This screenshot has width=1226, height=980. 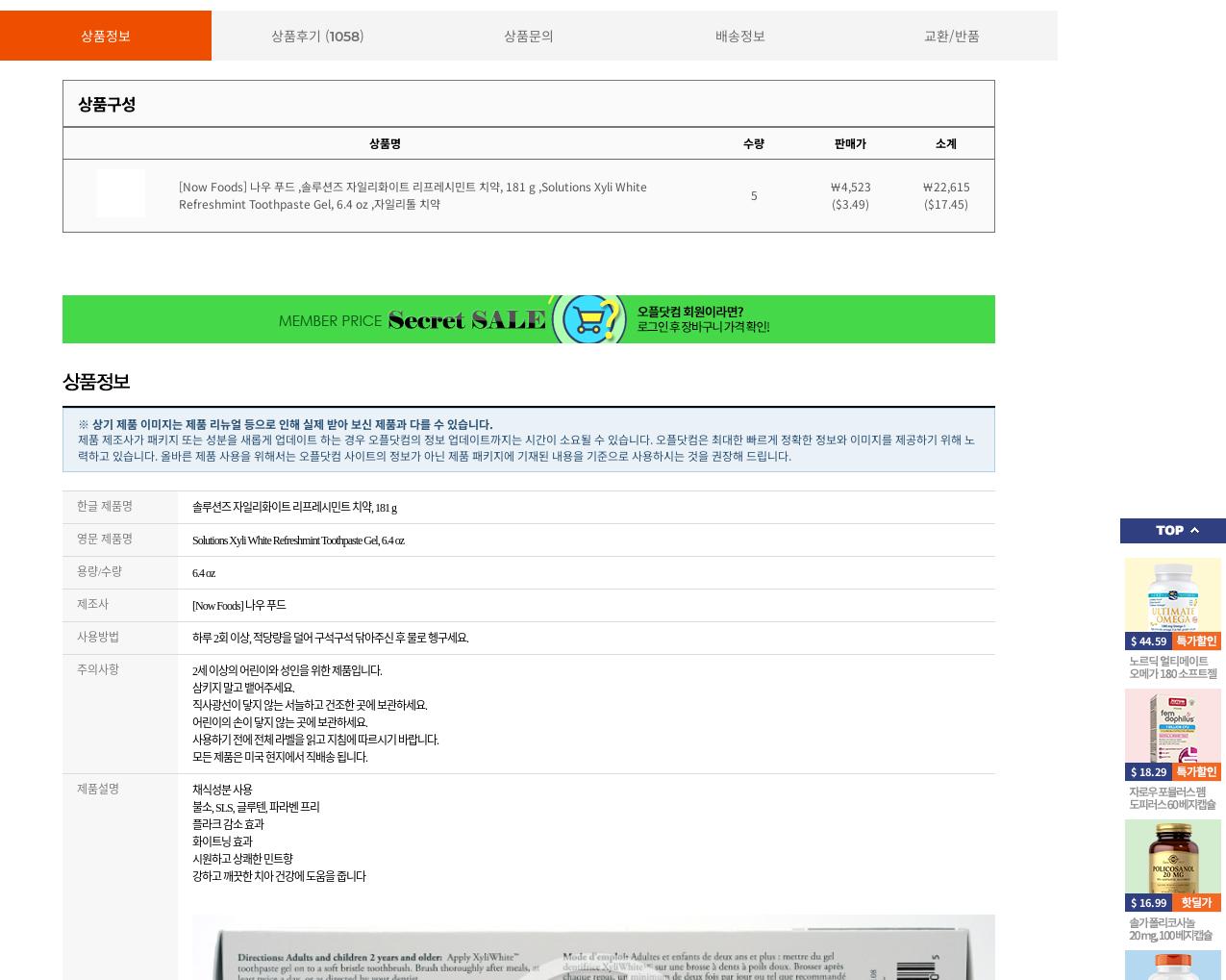 I want to click on '￦4,523', so click(x=828, y=185).